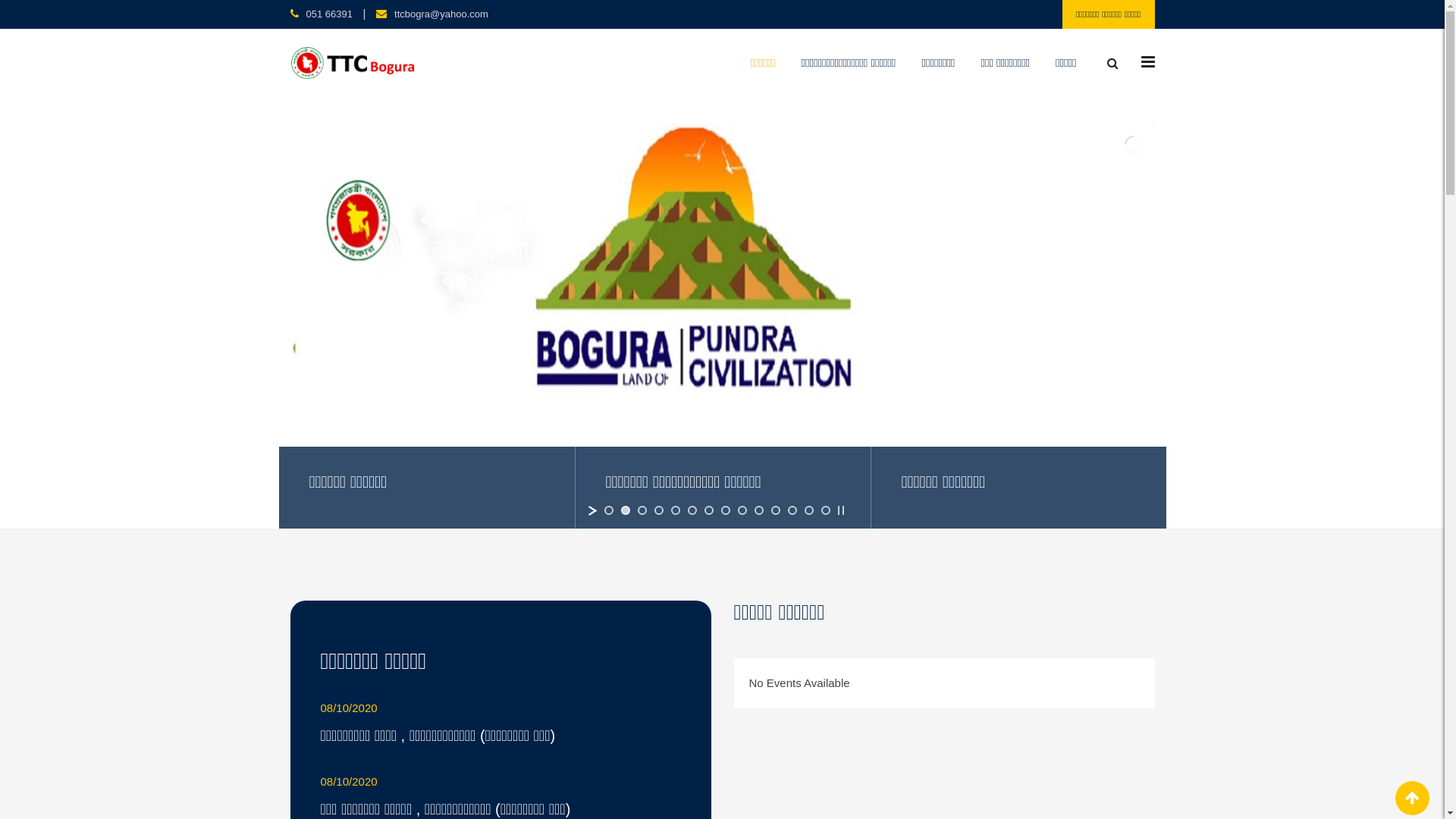 The image size is (1456, 819). Describe the element at coordinates (305, 14) in the screenshot. I see `'051 66391'` at that location.